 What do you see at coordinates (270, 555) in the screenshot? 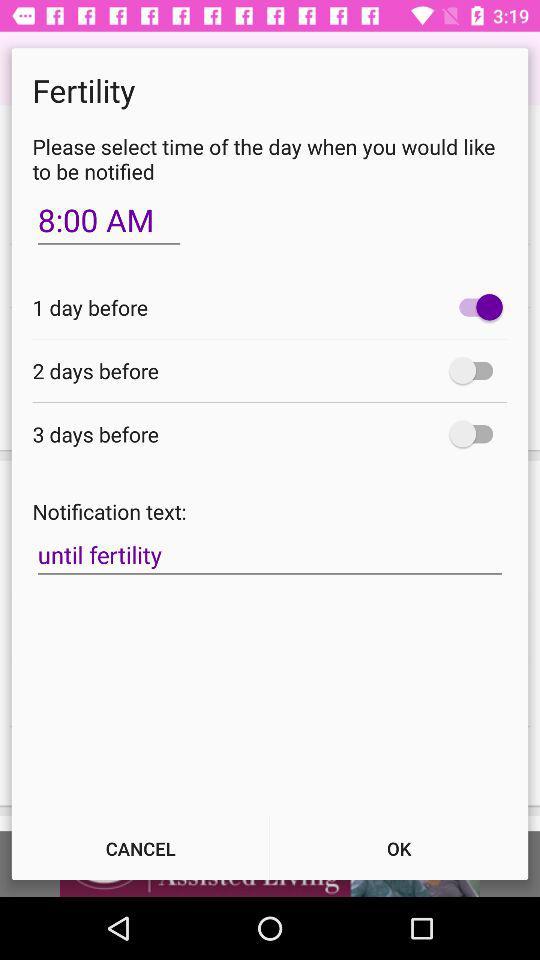
I see `icon below the notification text: icon` at bounding box center [270, 555].